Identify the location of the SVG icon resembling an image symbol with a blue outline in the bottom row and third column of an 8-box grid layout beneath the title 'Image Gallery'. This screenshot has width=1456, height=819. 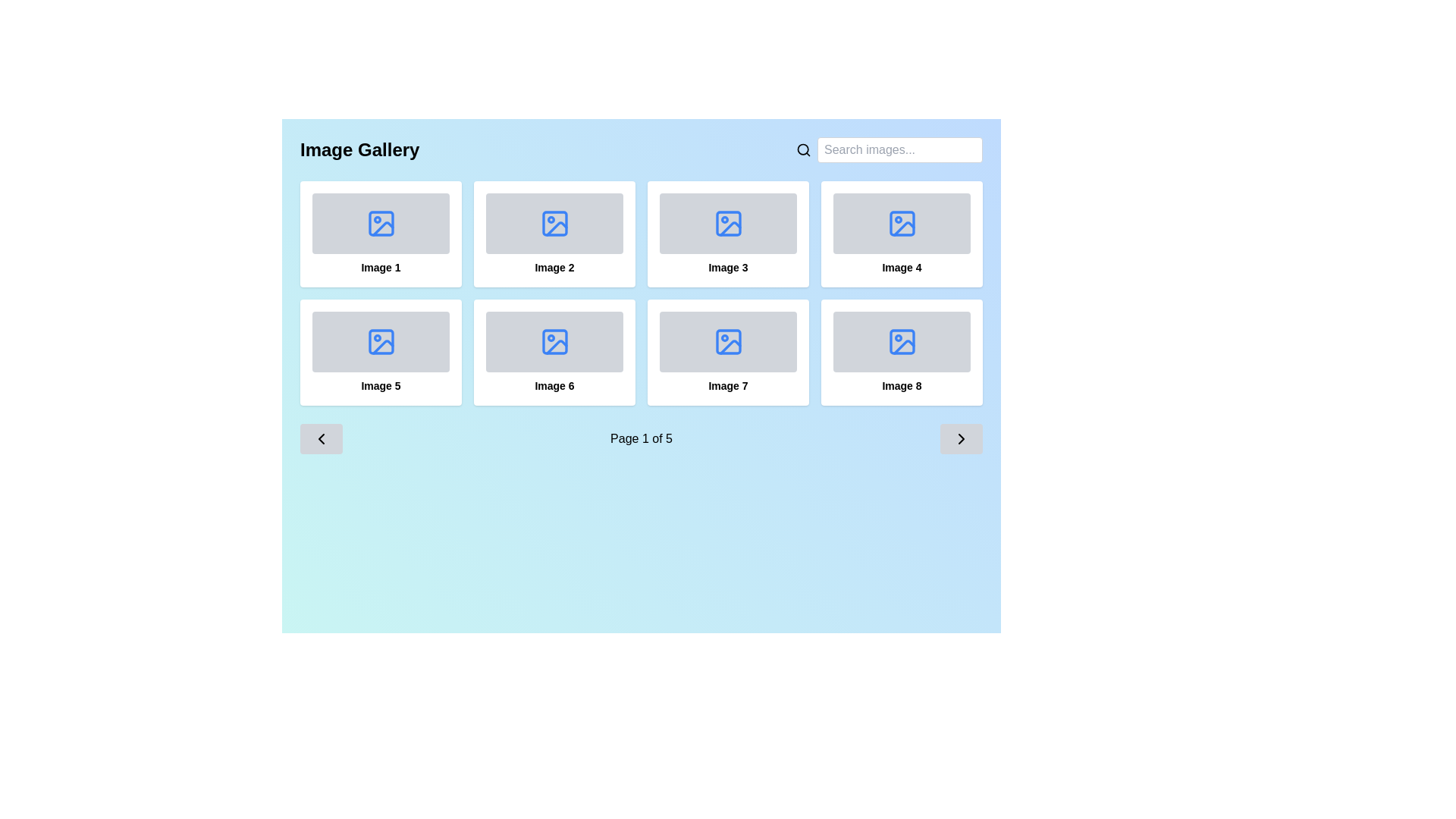
(728, 342).